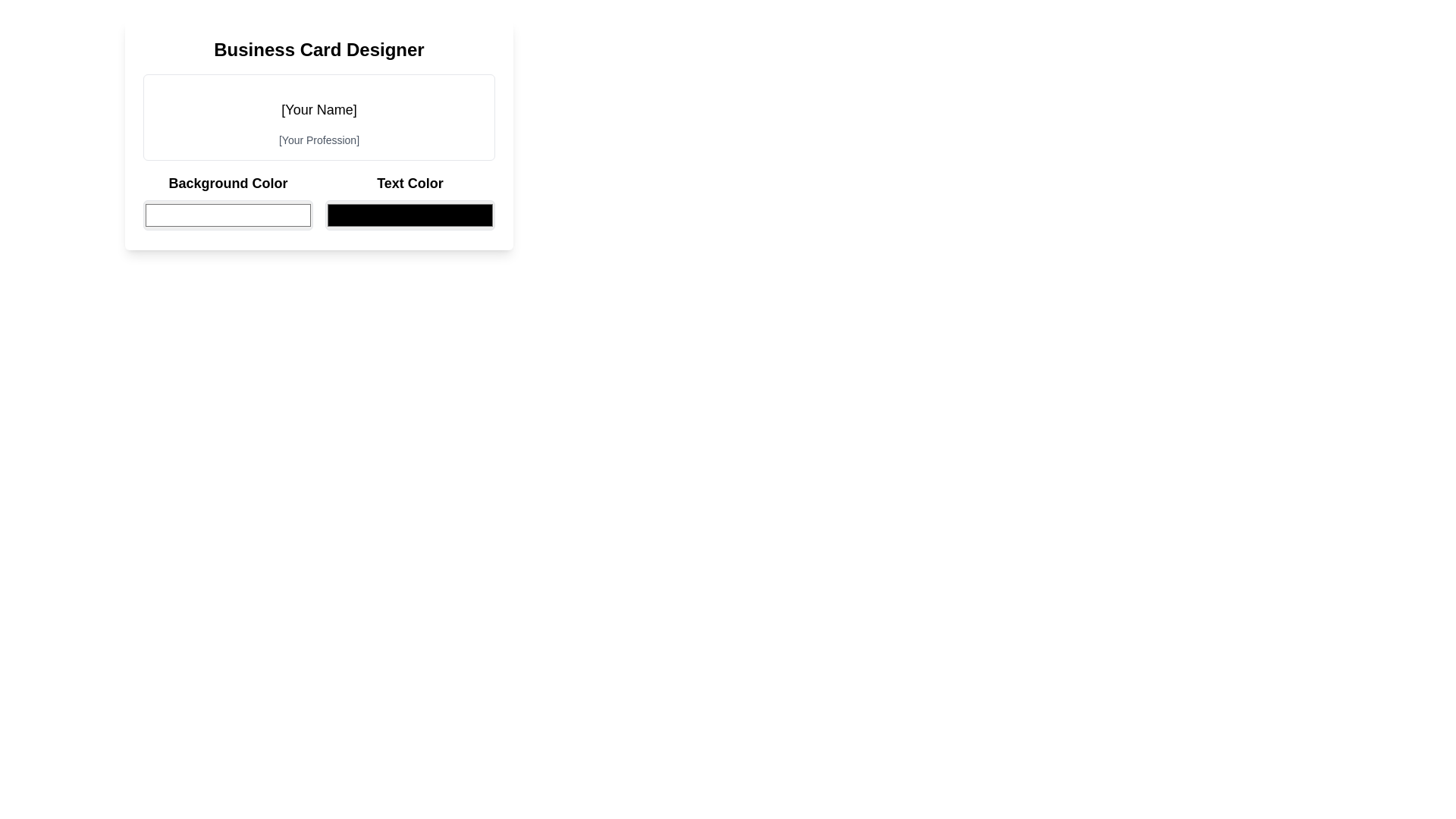 This screenshot has height=819, width=1456. Describe the element at coordinates (410, 183) in the screenshot. I see `'Text Color' label, which is a bold, larger font element positioned above its associated input field for selecting text colors` at that location.